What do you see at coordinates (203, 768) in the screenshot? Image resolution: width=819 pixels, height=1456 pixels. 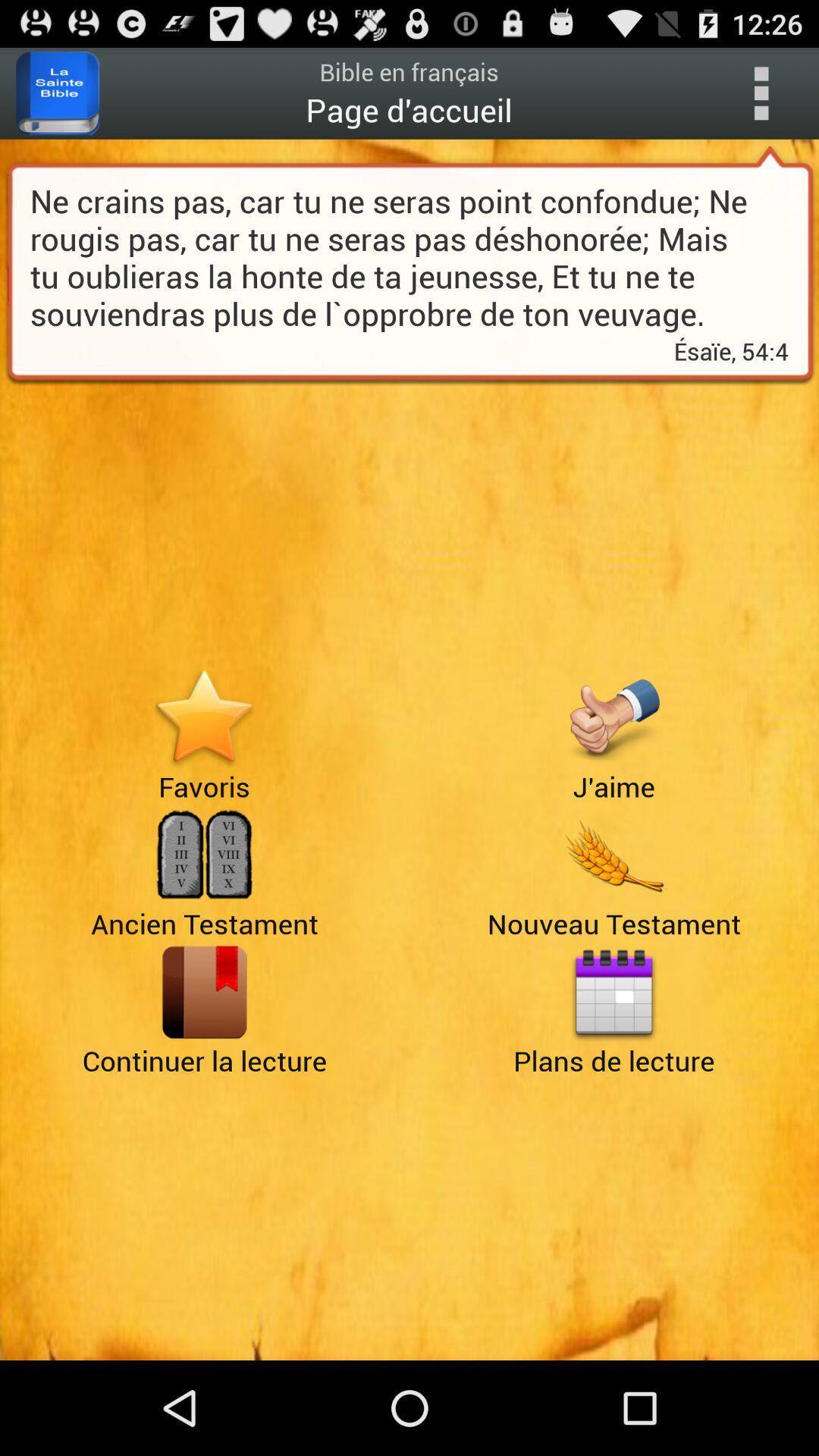 I see `the star icon` at bounding box center [203, 768].